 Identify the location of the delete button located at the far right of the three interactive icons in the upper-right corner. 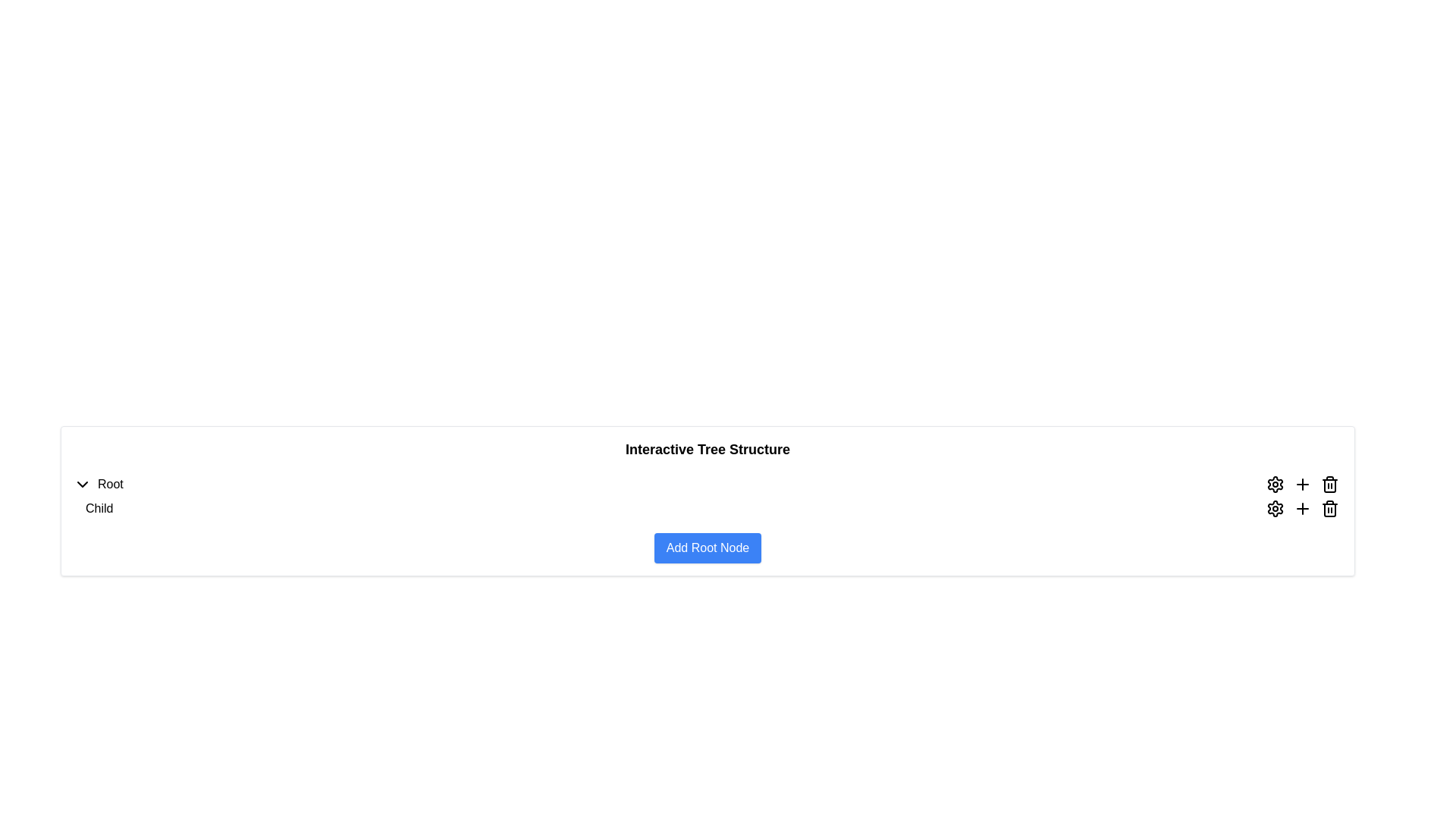
(1329, 485).